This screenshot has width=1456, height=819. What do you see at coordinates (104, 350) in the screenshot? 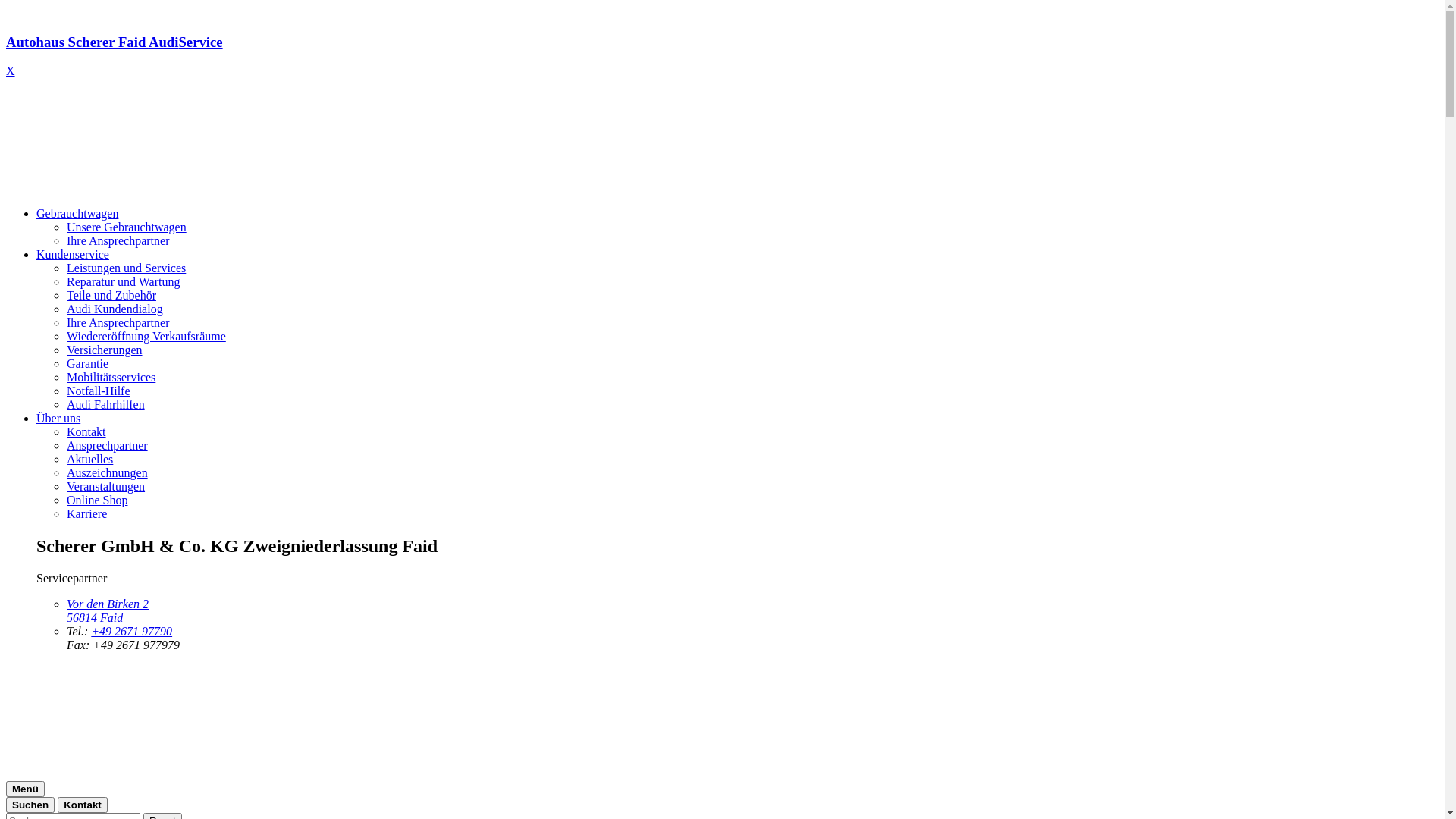
I see `'Versicherungen'` at bounding box center [104, 350].